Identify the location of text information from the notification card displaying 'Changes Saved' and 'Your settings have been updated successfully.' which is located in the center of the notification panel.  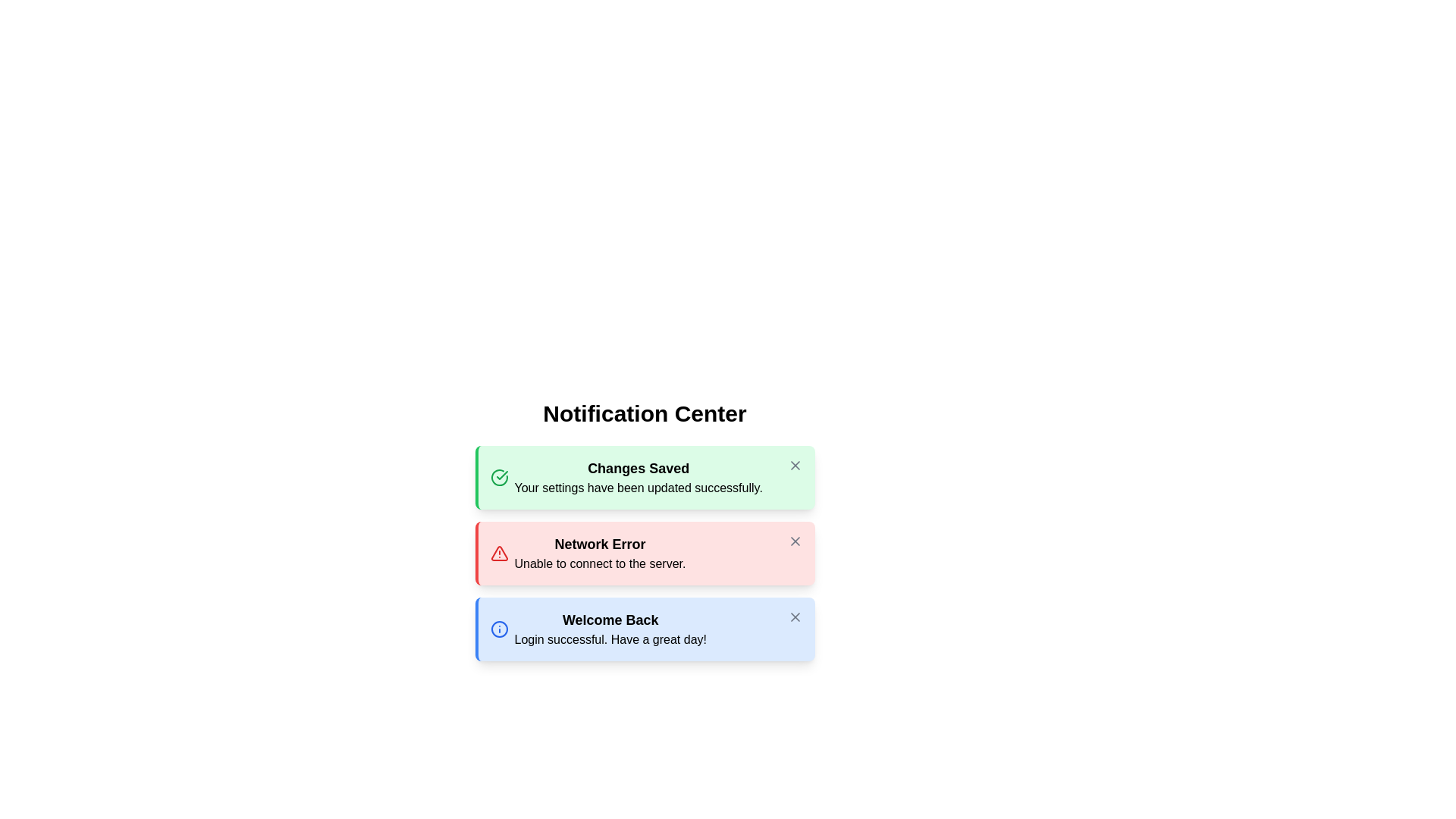
(639, 476).